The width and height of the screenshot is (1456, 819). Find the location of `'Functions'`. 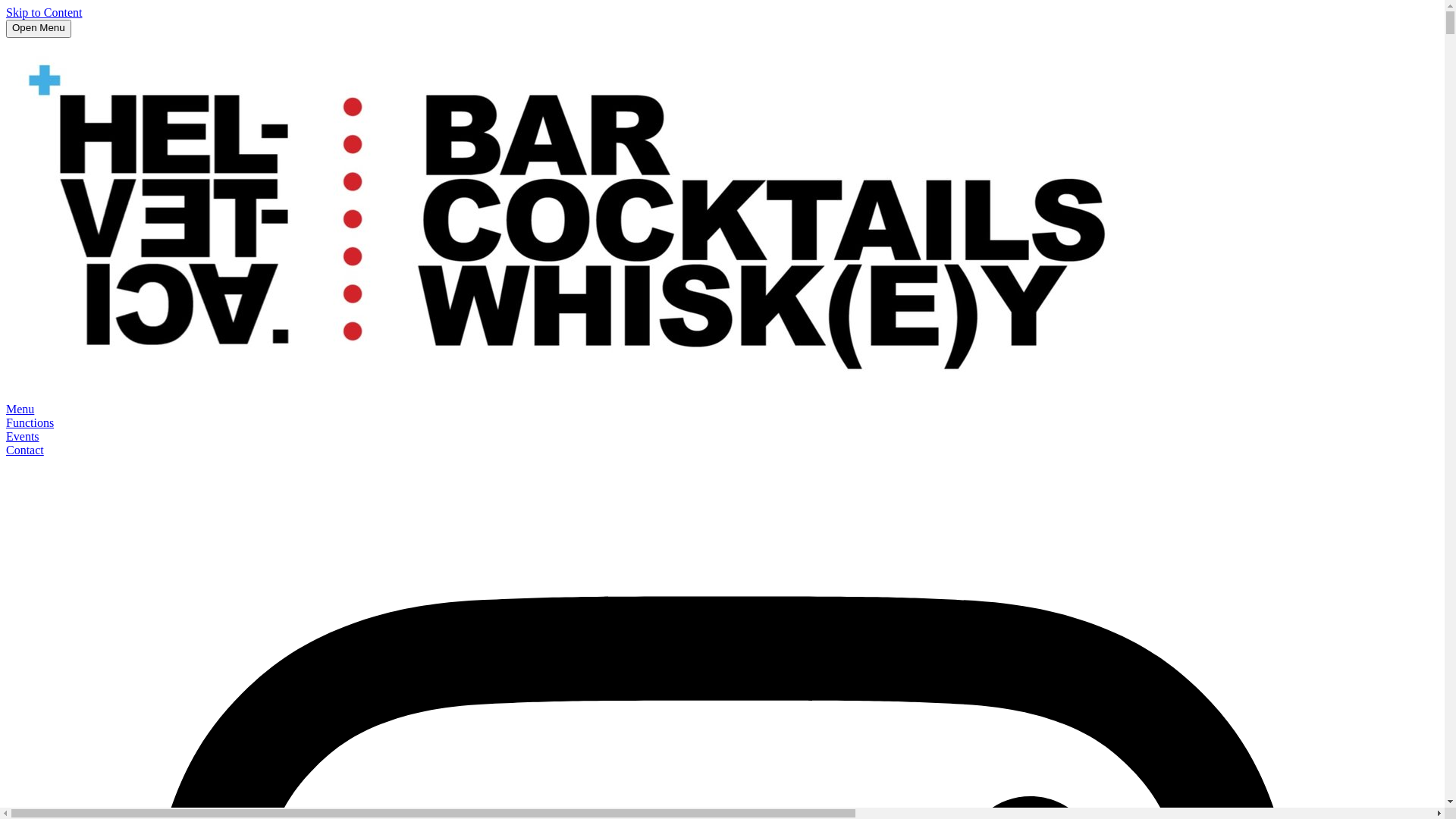

'Functions' is located at coordinates (30, 422).